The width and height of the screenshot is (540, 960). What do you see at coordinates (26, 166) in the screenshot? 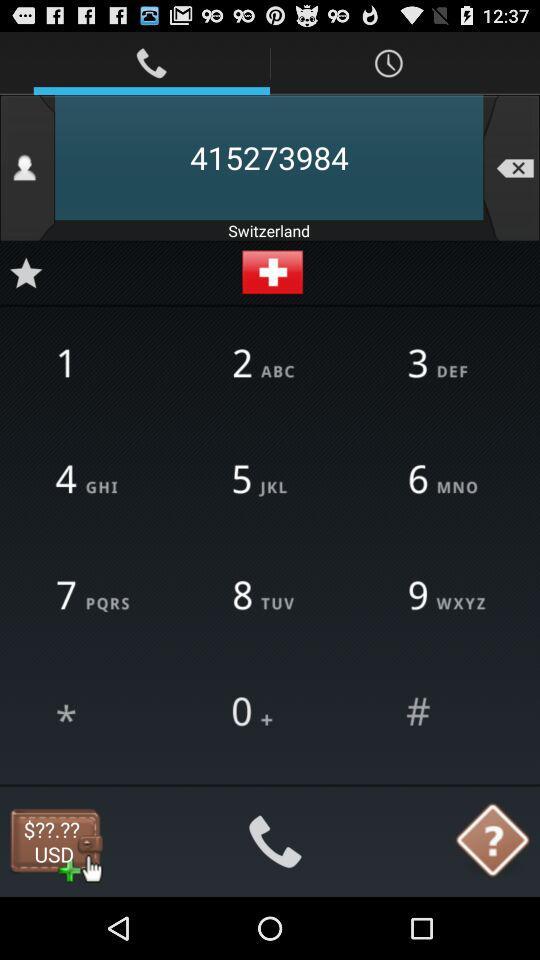
I see `open contacts` at bounding box center [26, 166].